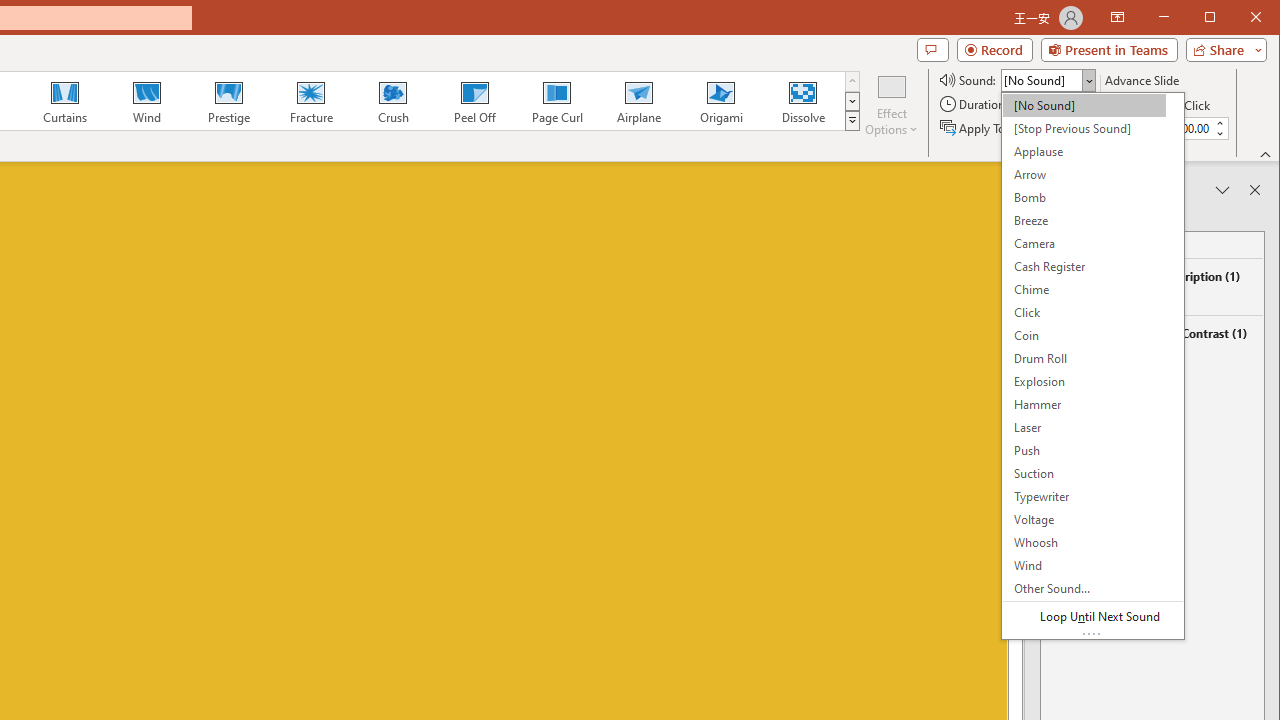 The width and height of the screenshot is (1280, 720). I want to click on 'Curtains', so click(65, 100).